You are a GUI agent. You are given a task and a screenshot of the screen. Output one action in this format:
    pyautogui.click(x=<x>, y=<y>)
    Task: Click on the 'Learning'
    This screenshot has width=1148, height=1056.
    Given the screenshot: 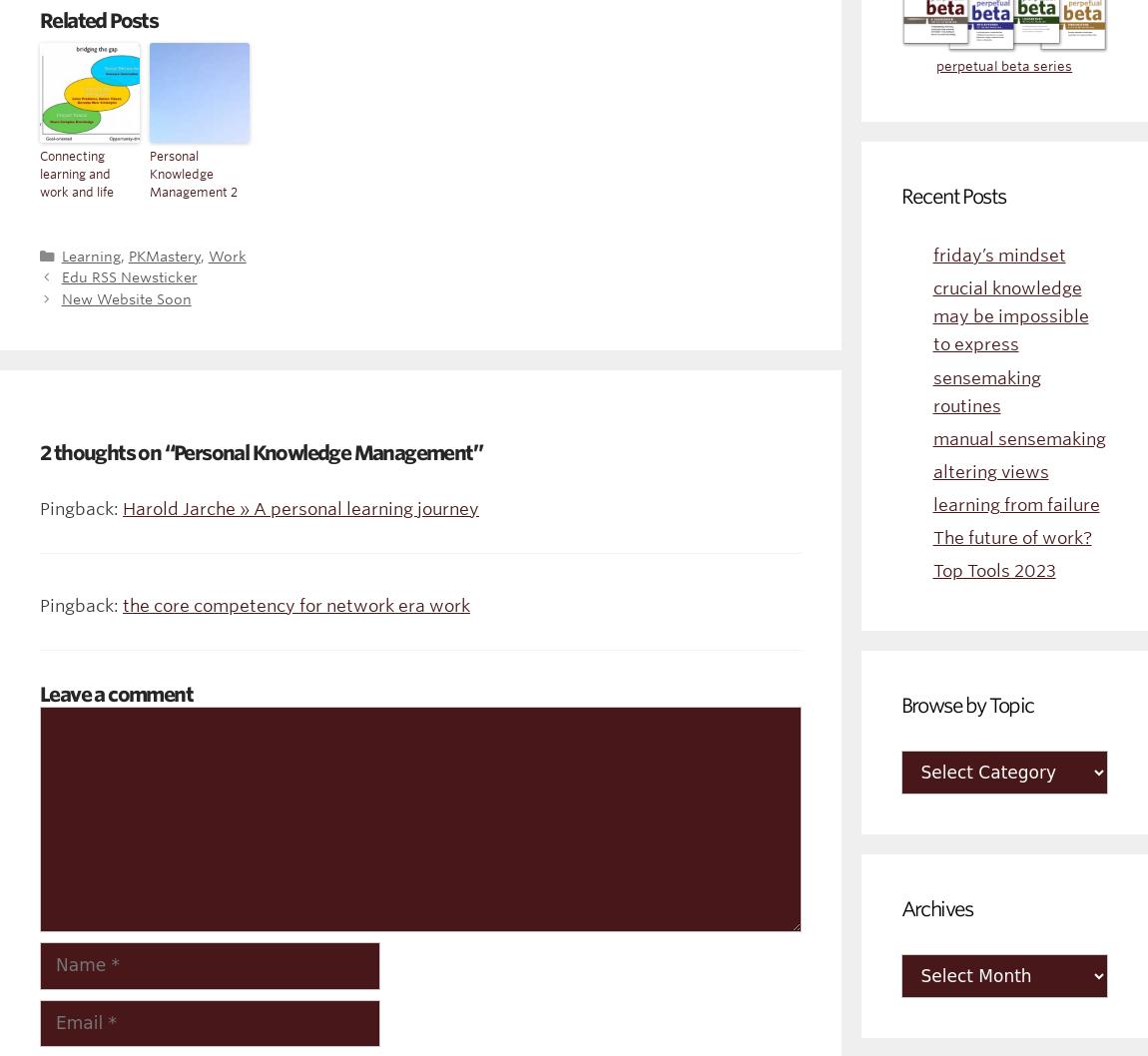 What is the action you would take?
    pyautogui.click(x=89, y=255)
    